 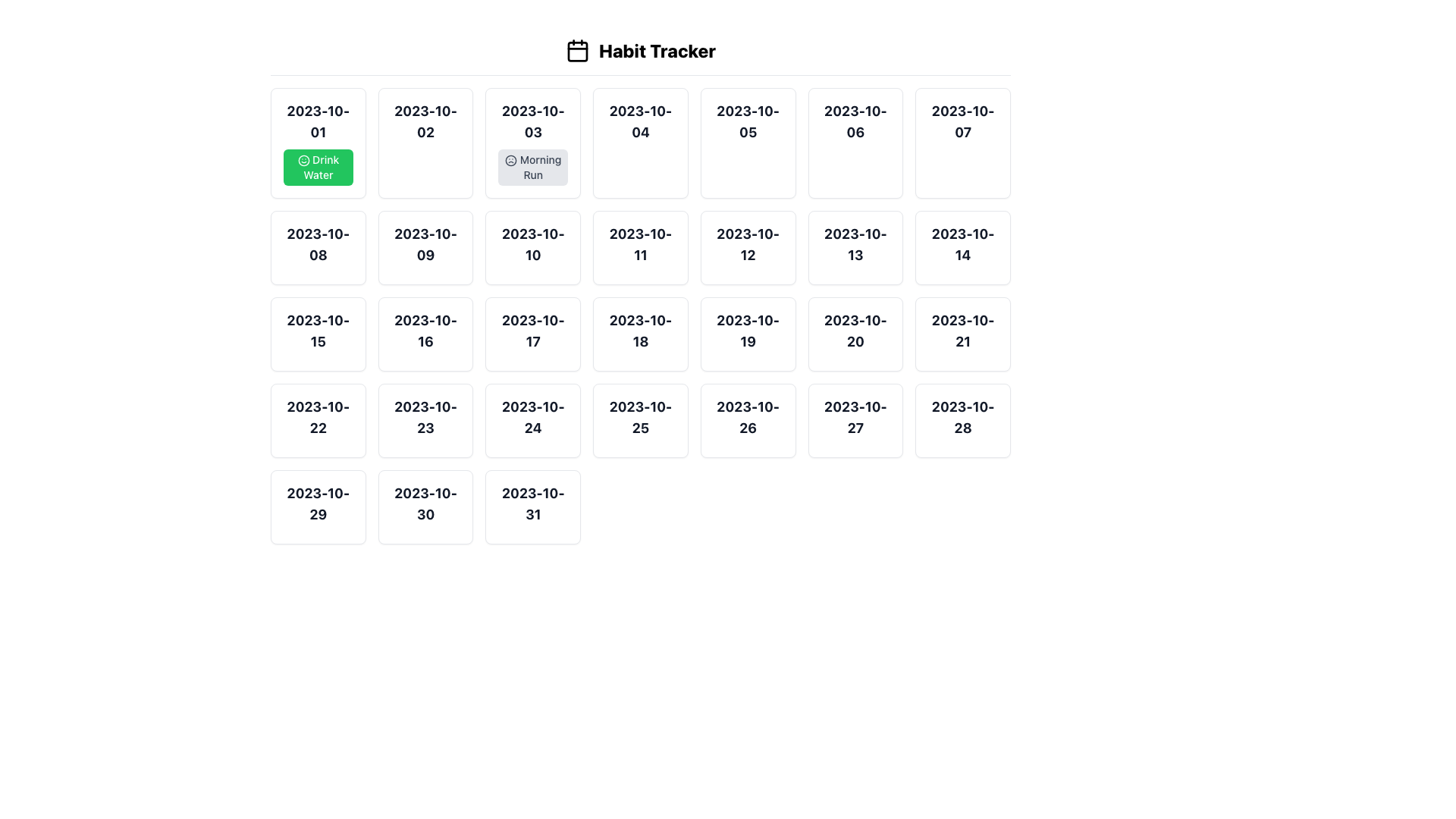 What do you see at coordinates (748, 143) in the screenshot?
I see `the text box displaying the date '2023-10-05'` at bounding box center [748, 143].